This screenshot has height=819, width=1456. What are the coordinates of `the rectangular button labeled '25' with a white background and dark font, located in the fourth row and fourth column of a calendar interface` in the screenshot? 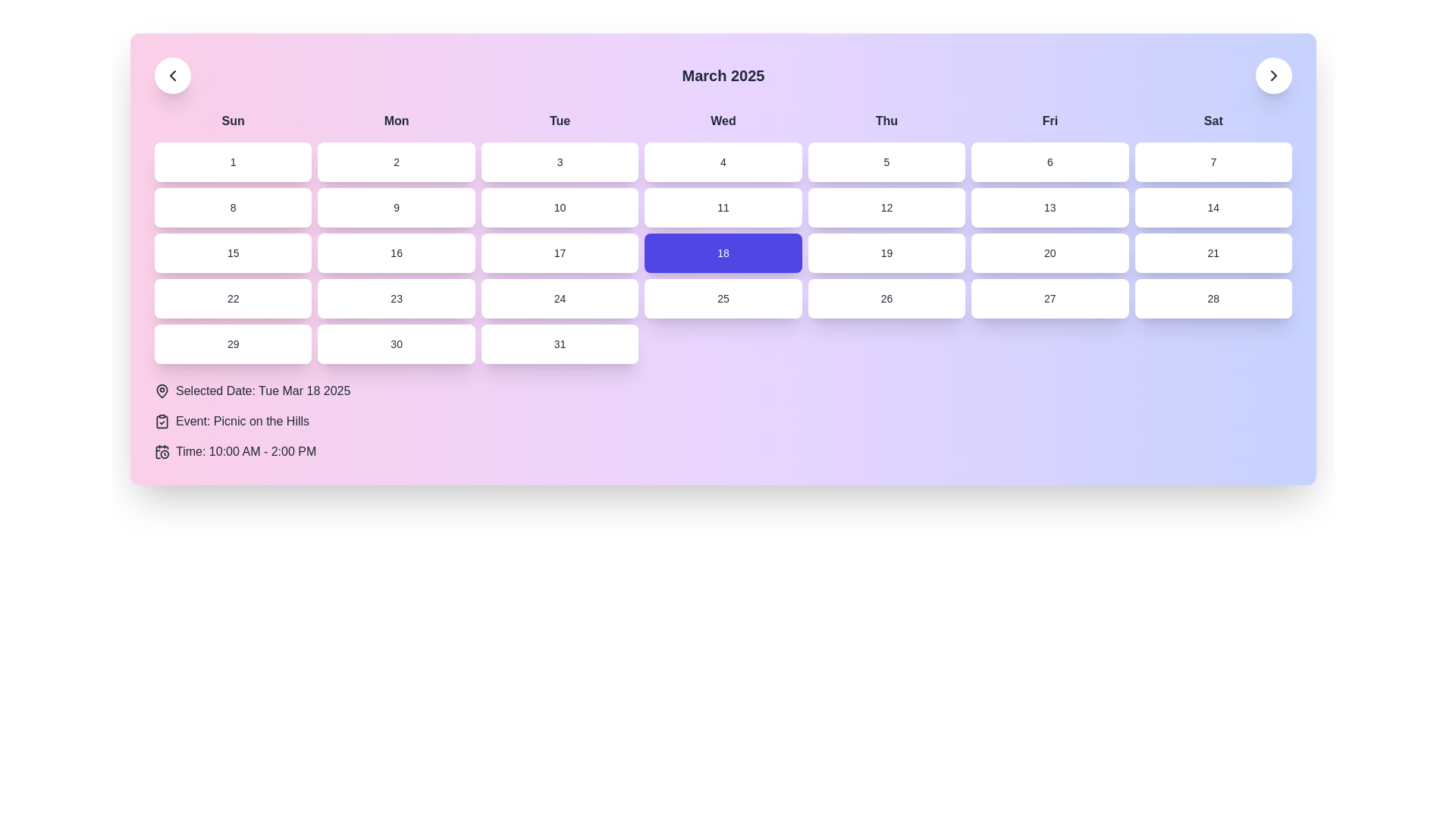 It's located at (723, 298).